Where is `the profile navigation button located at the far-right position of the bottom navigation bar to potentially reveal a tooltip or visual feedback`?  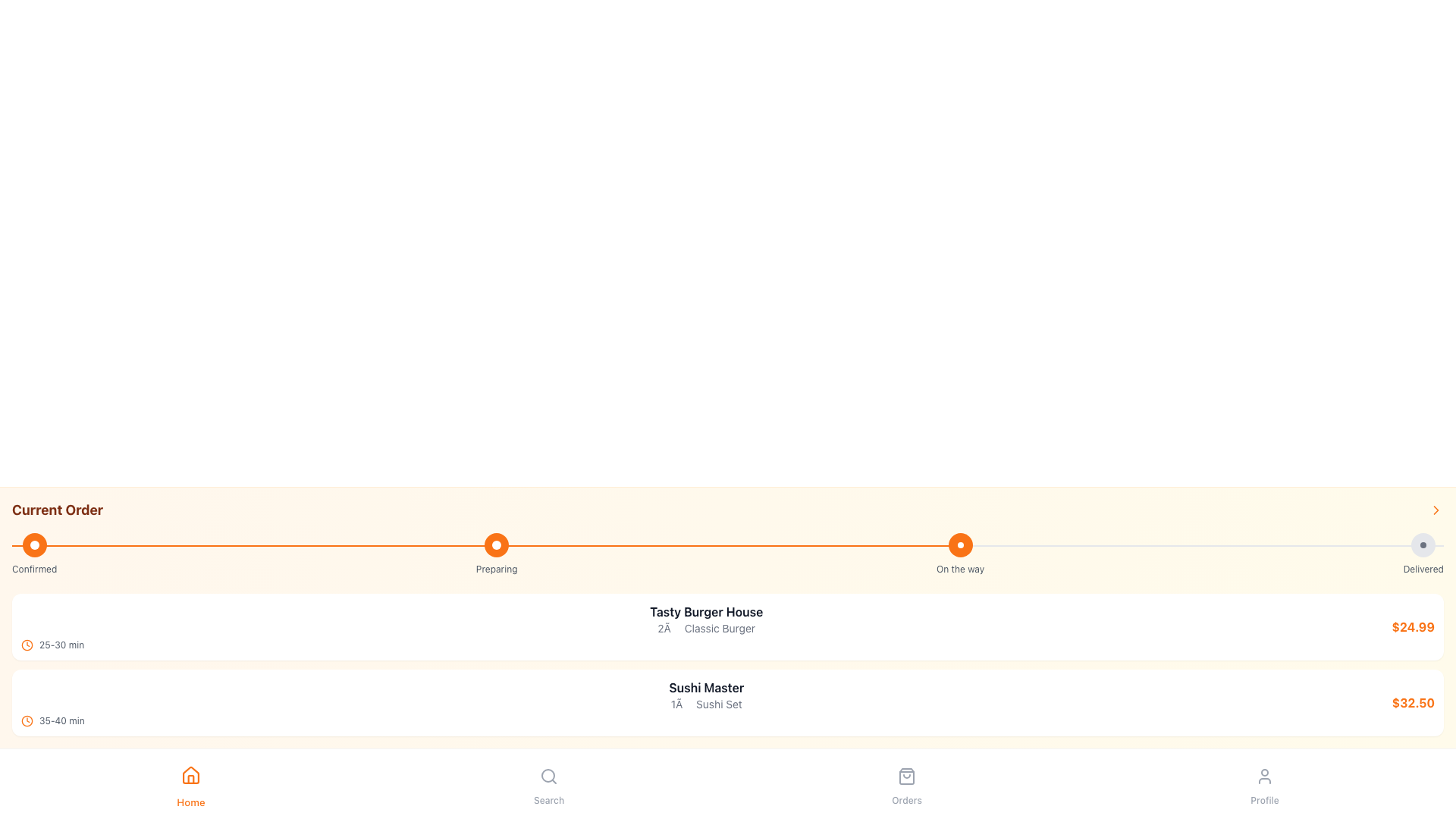 the profile navigation button located at the far-right position of the bottom navigation bar to potentially reveal a tooltip or visual feedback is located at coordinates (1265, 776).